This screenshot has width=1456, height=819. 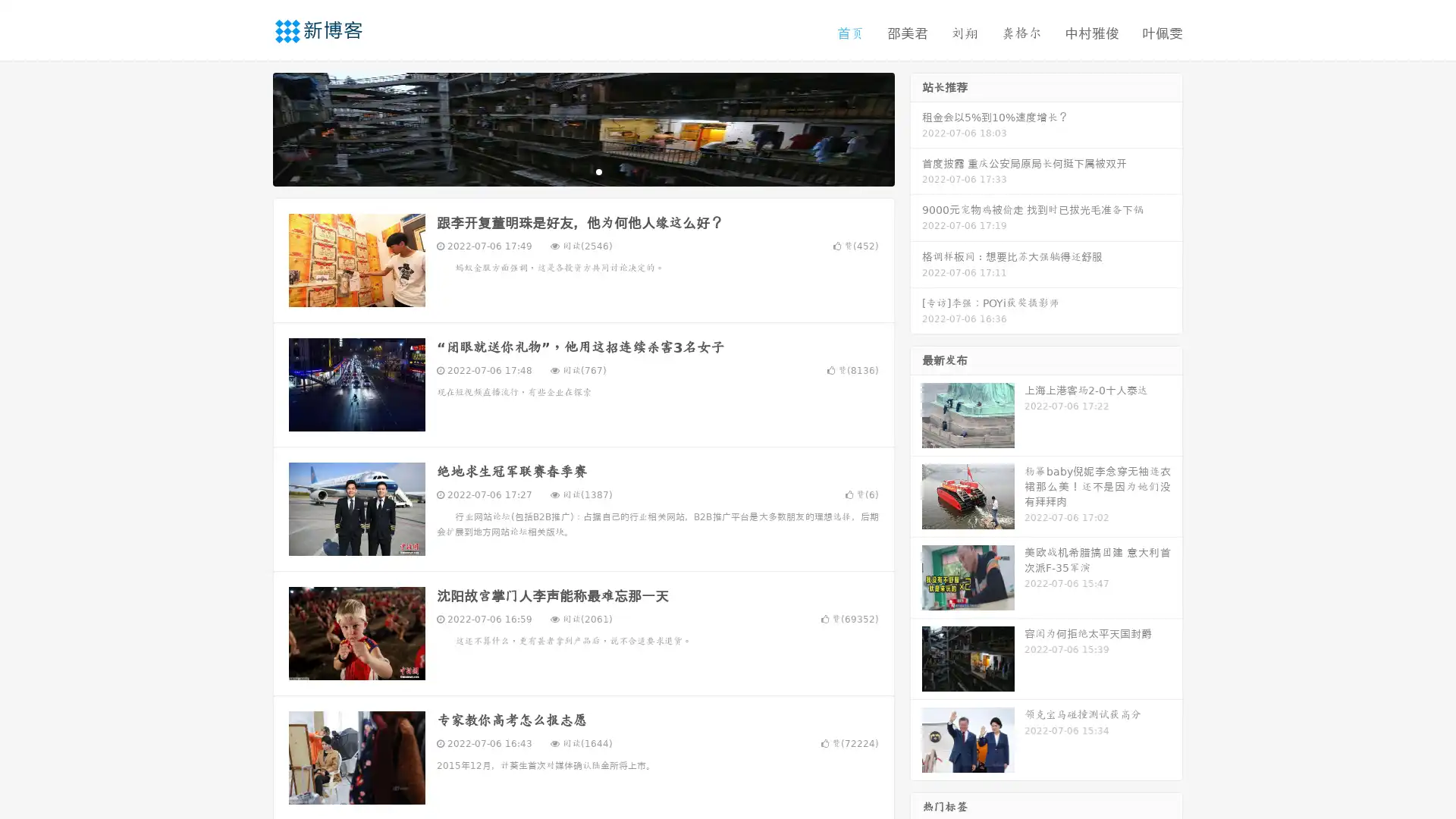 I want to click on Previous slide, so click(x=250, y=127).